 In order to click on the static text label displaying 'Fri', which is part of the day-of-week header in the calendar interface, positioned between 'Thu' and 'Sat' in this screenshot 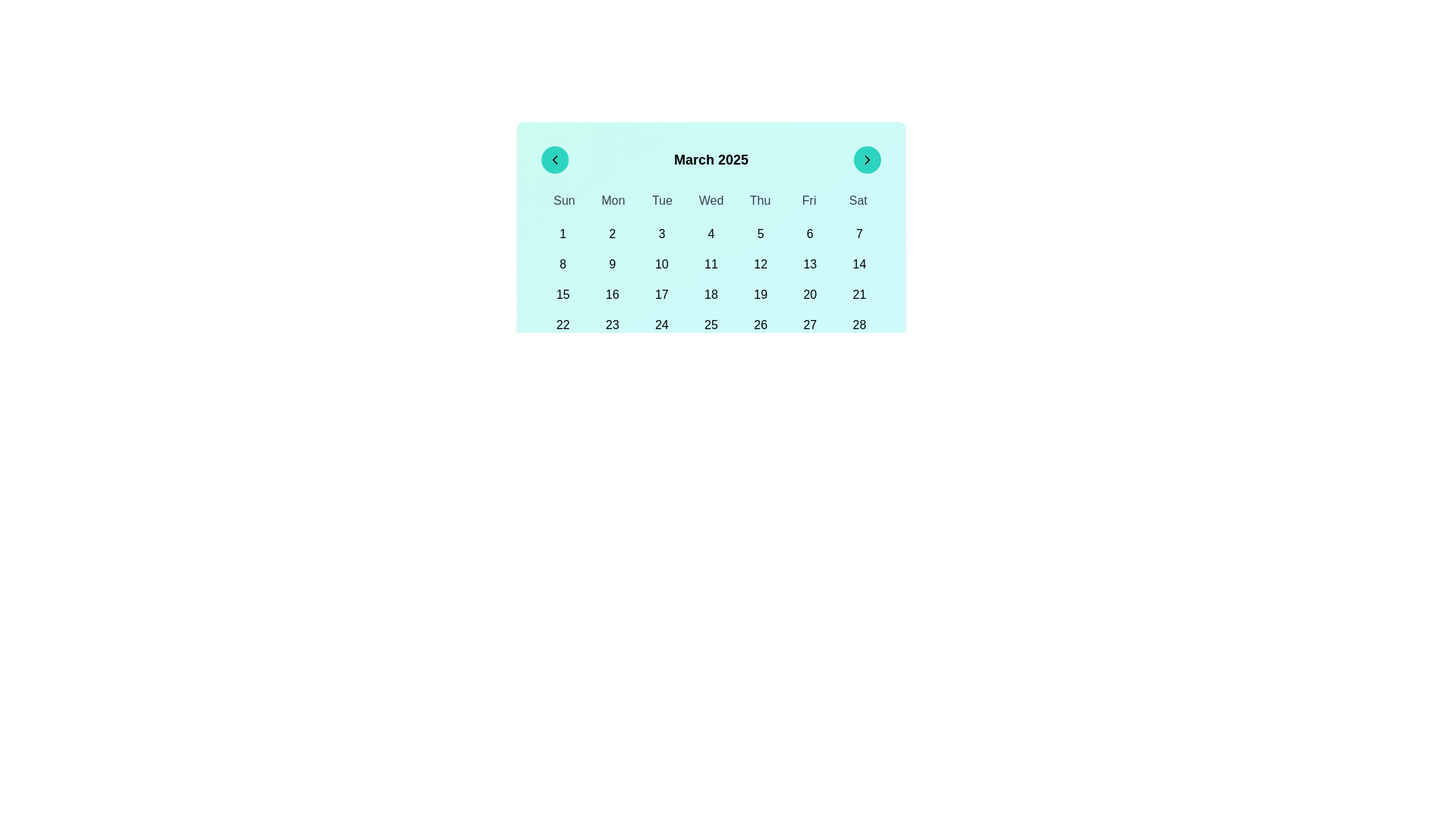, I will do `click(808, 200)`.